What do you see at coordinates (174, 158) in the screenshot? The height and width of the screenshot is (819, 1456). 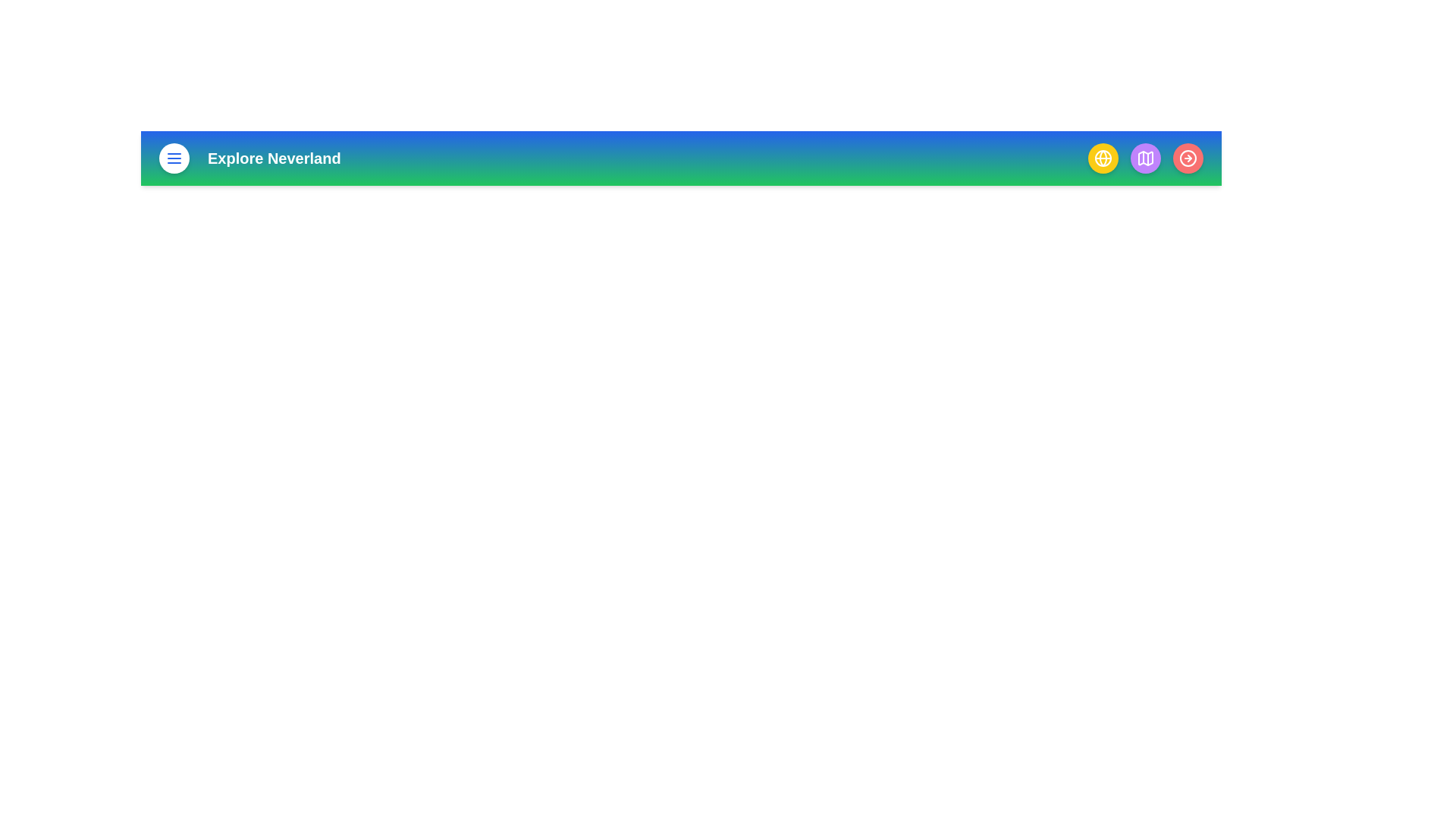 I see `menu button to open the navigation drawer` at bounding box center [174, 158].